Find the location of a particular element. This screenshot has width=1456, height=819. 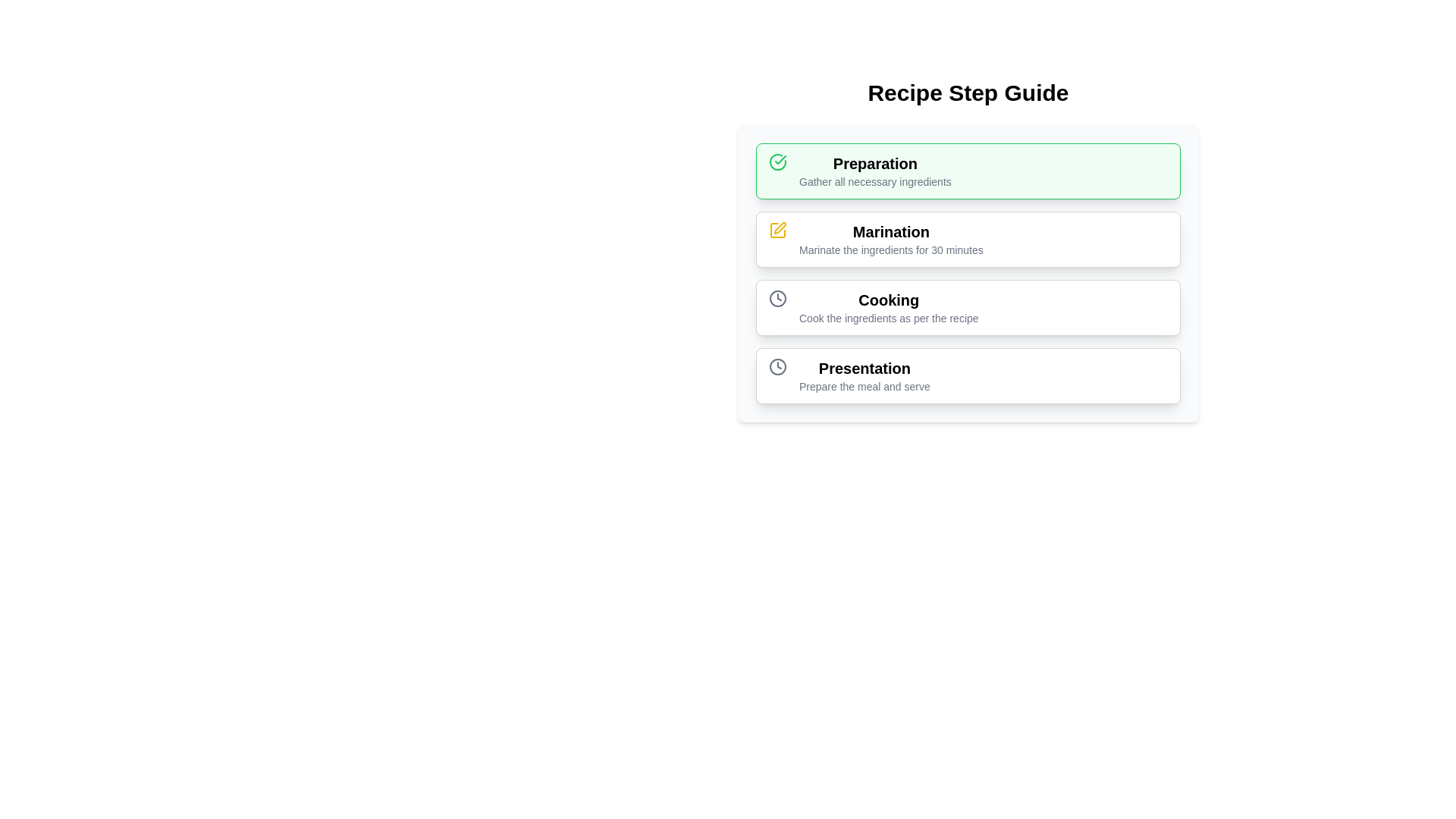

the green checkmark icon within the circular icon that represents the 'Preparation' step in the recipe guide, located to the left of the 'Preparation' text is located at coordinates (780, 160).